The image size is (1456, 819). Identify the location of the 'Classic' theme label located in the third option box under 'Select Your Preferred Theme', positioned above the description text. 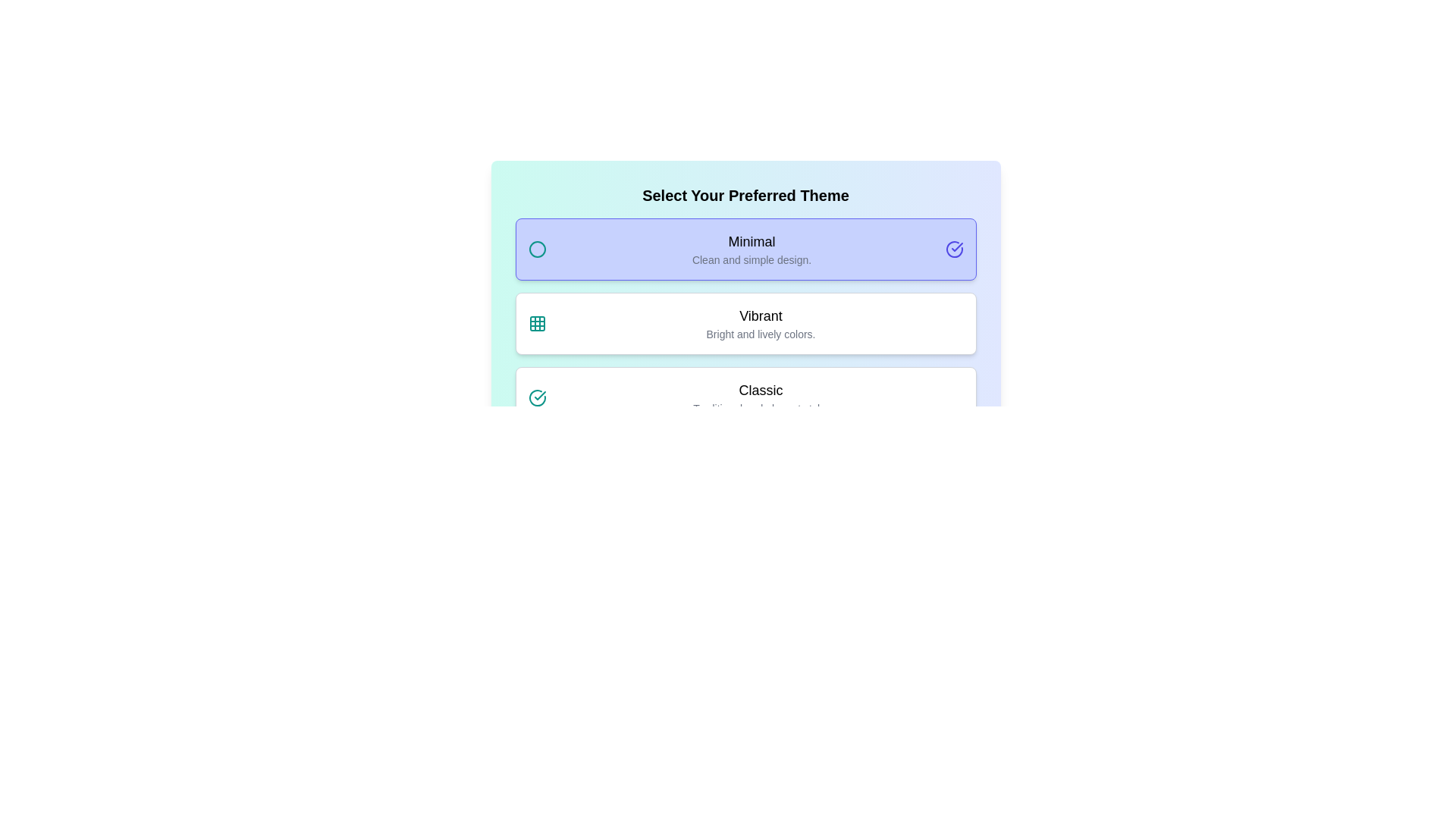
(761, 390).